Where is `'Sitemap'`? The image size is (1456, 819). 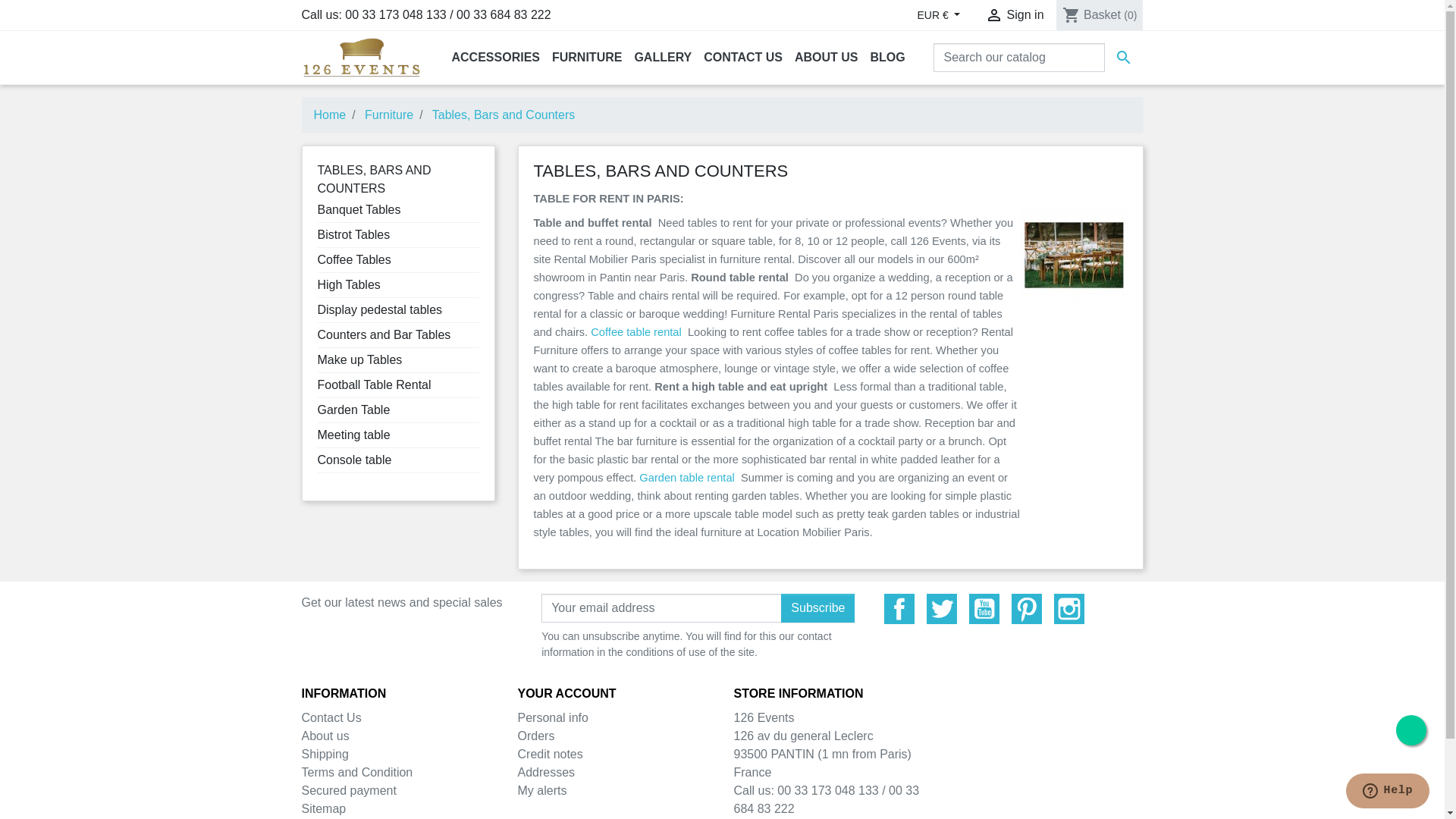 'Sitemap' is located at coordinates (323, 808).